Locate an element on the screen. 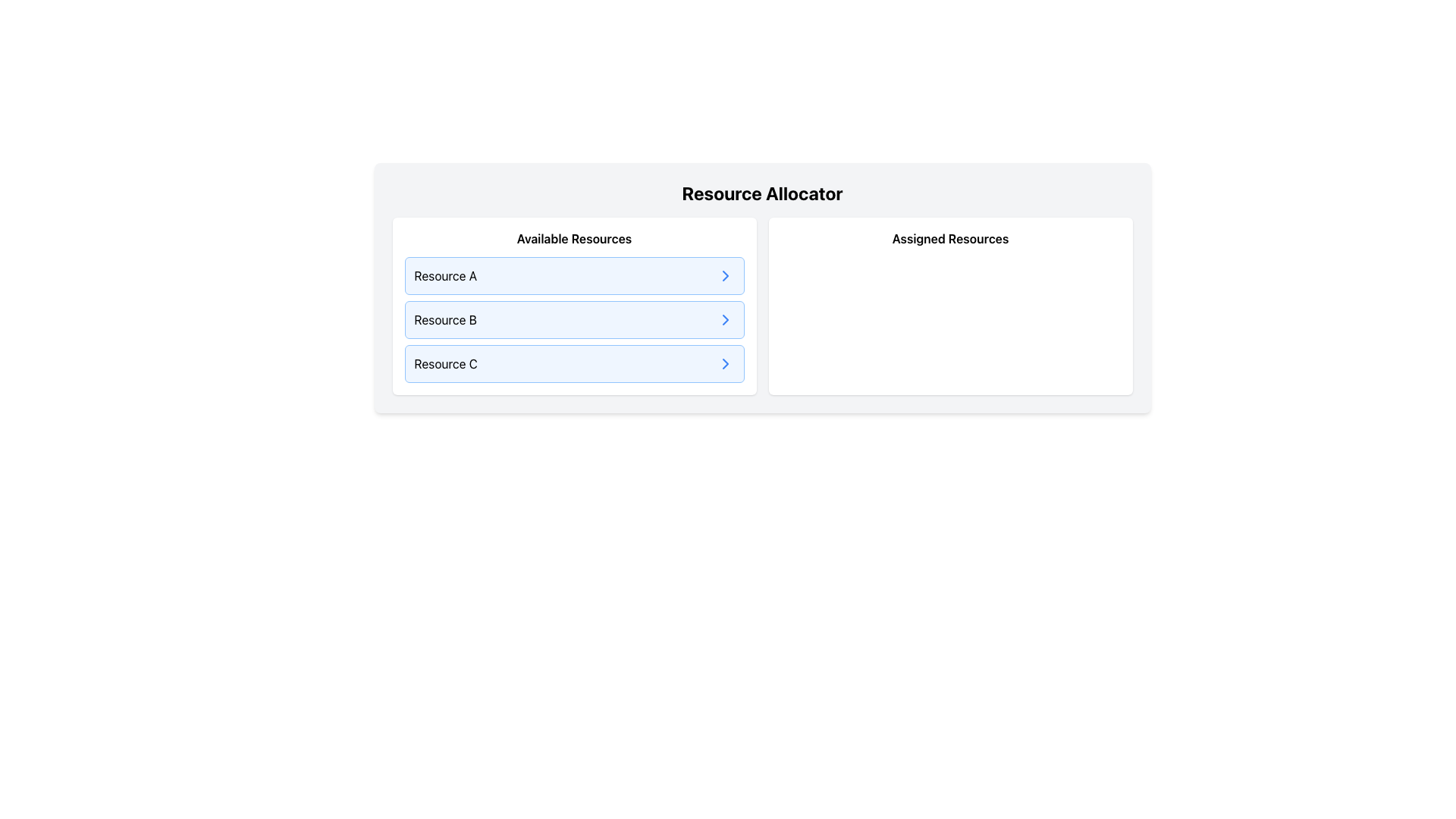 The height and width of the screenshot is (819, 1456). the blue chevron arrow icon button located in the 'Resource A' row of the 'Available Resources' section is located at coordinates (724, 275).